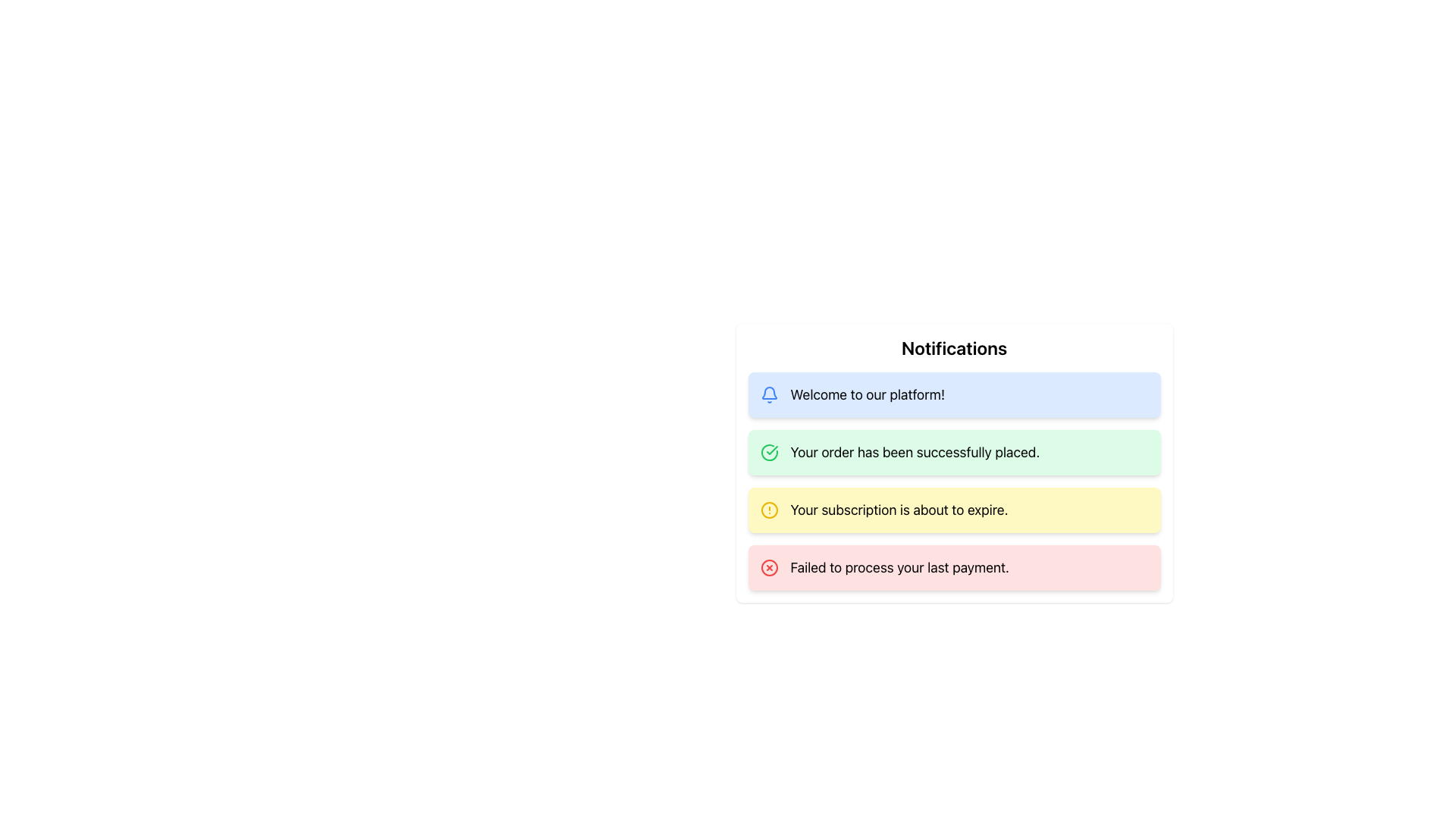 This screenshot has height=819, width=1456. What do you see at coordinates (769, 567) in the screenshot?
I see `the circular SVG element styled with a red fill, which is part of the error icon indicating the error message 'Failed to process your last payment.'` at bounding box center [769, 567].